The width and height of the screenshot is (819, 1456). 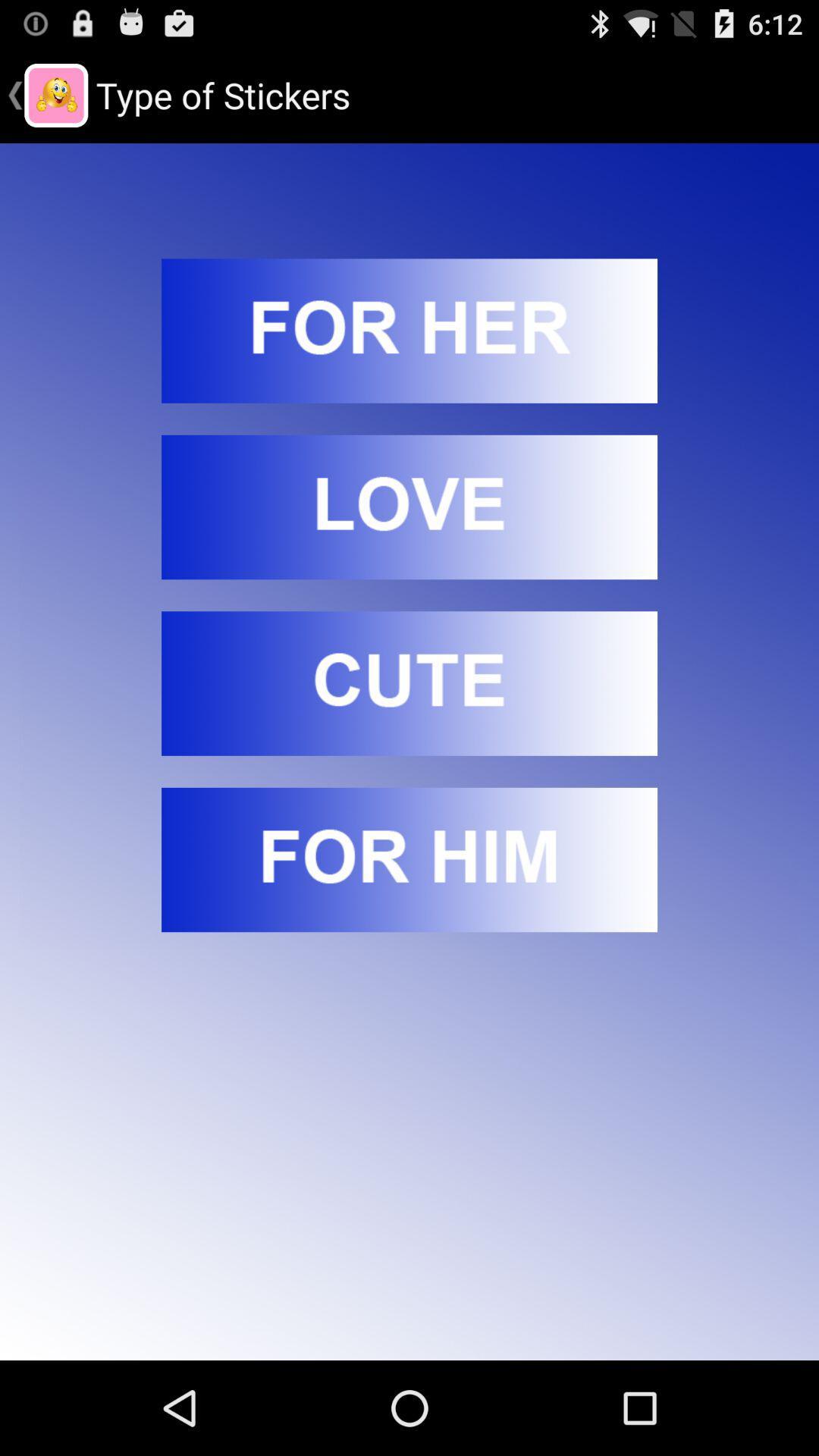 I want to click on click, so click(x=409, y=330).